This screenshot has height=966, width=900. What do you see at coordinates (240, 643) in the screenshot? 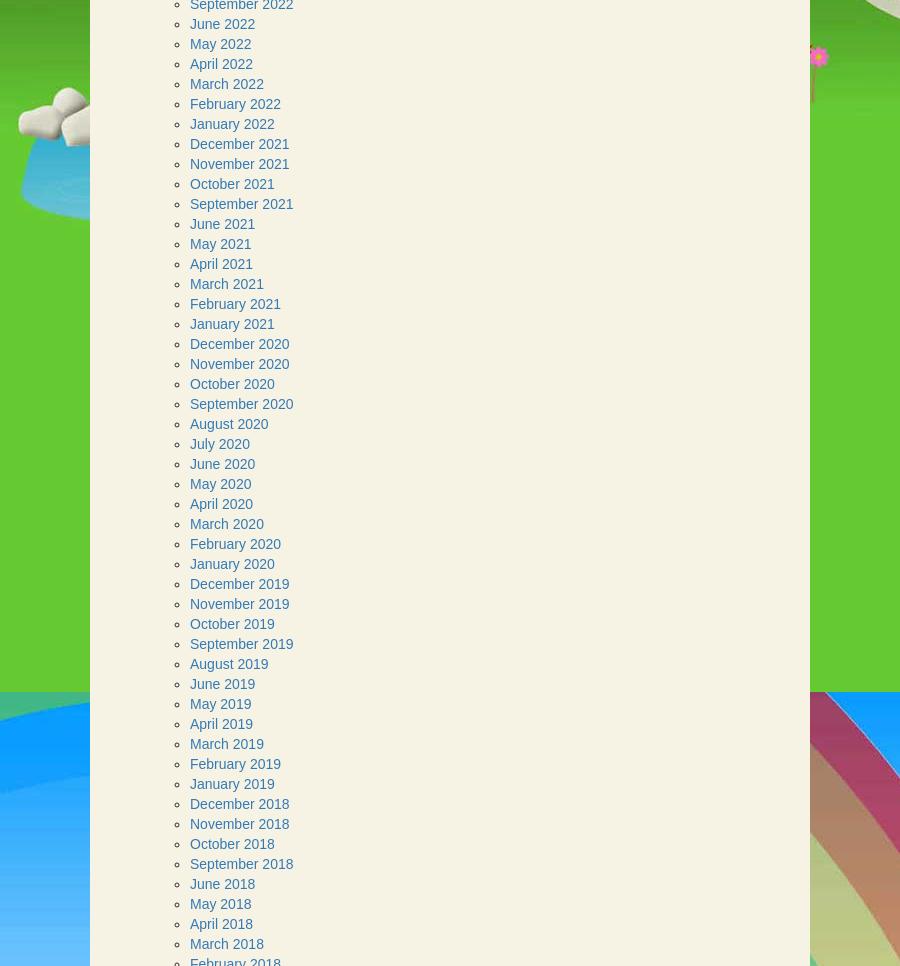
I see `'September 2019'` at bounding box center [240, 643].